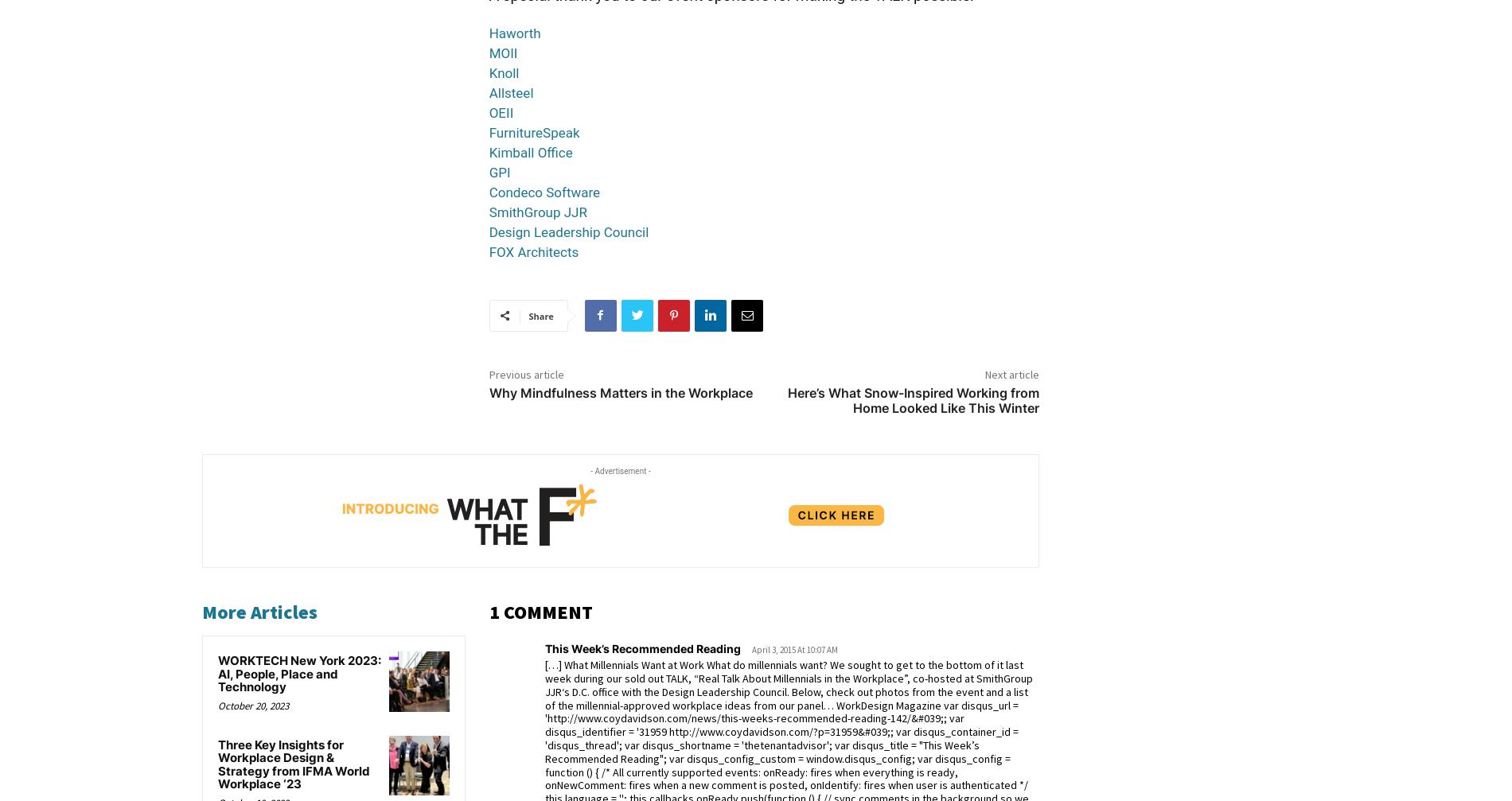 This screenshot has width=1512, height=801. What do you see at coordinates (540, 611) in the screenshot?
I see `'1 COMMENT'` at bounding box center [540, 611].